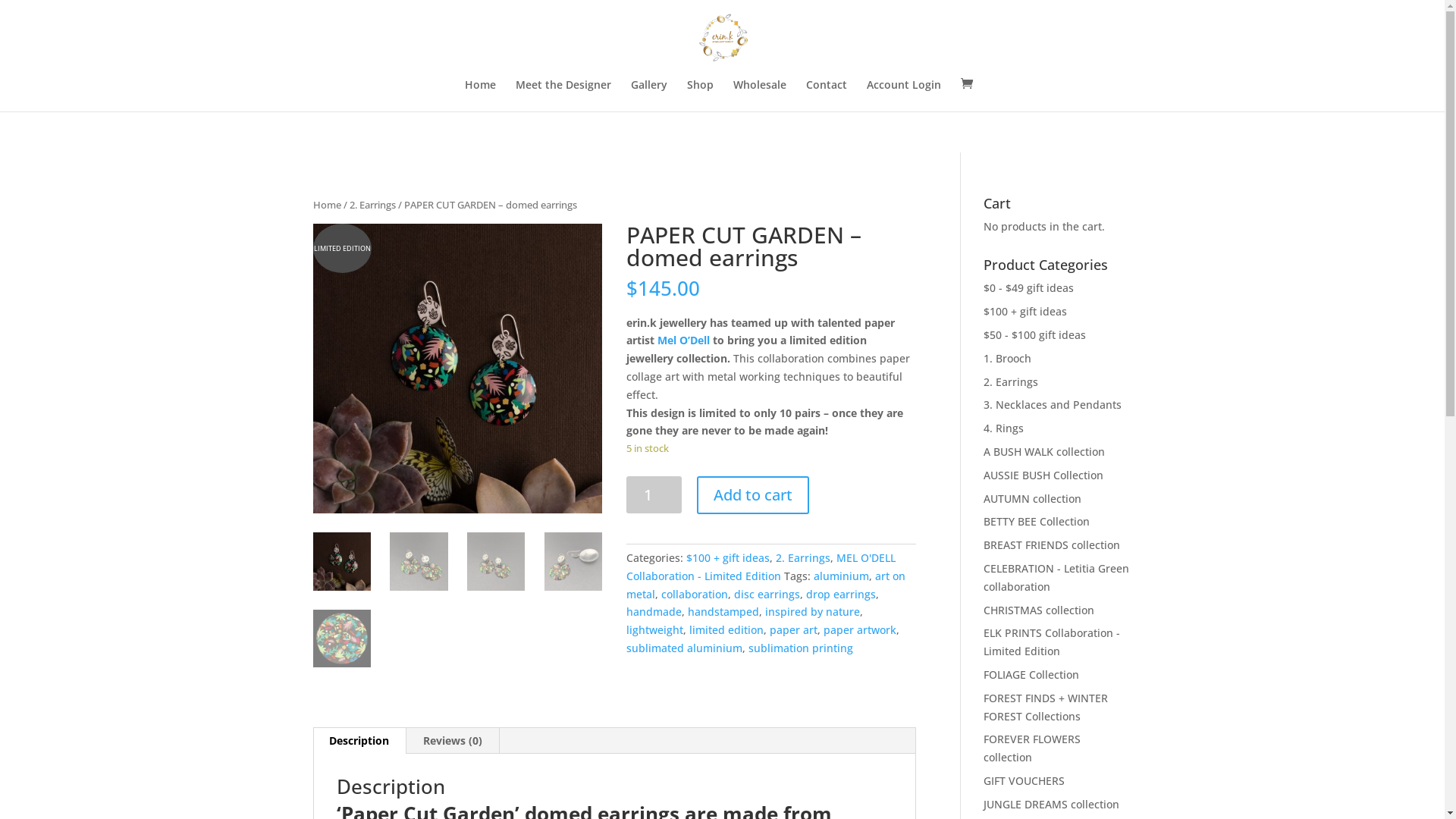  Describe the element at coordinates (800, 648) in the screenshot. I see `'sublimation printing'` at that location.